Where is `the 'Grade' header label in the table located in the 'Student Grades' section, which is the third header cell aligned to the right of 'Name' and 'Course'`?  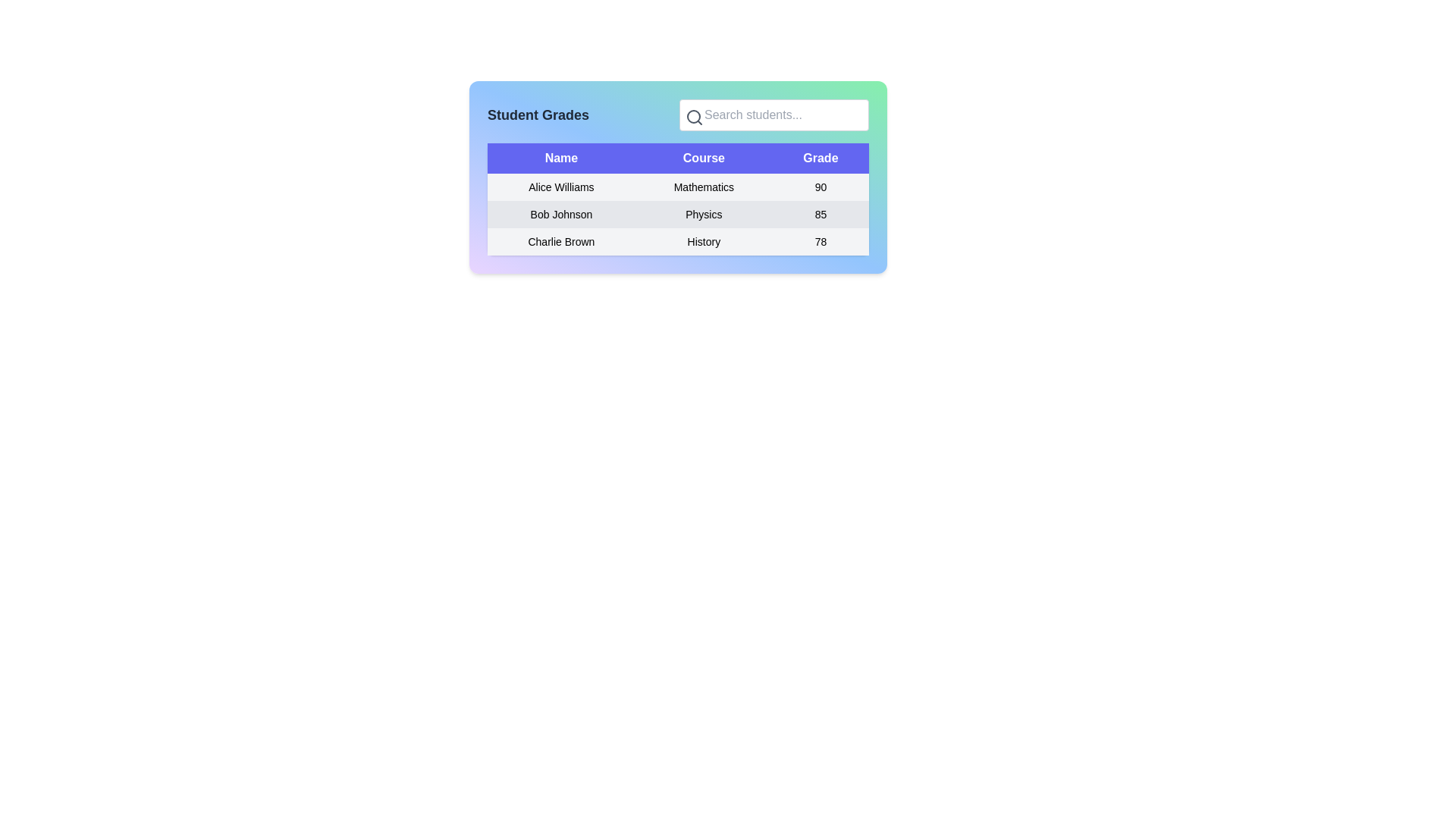
the 'Grade' header label in the table located in the 'Student Grades' section, which is the third header cell aligned to the right of 'Name' and 'Course' is located at coordinates (820, 158).